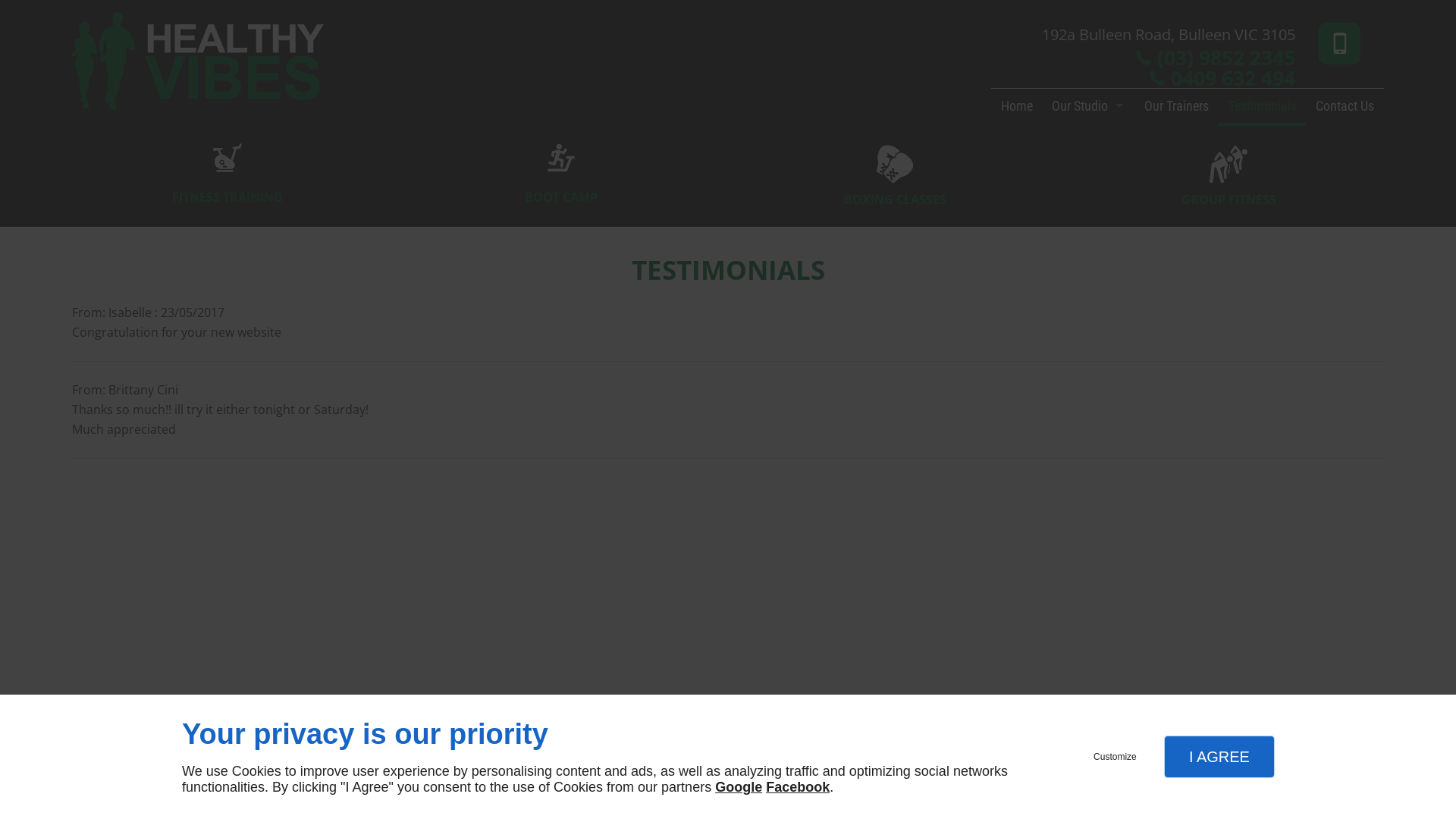 Image resolution: width=1456 pixels, height=819 pixels. I want to click on 'linkeo', so click(92, 788).